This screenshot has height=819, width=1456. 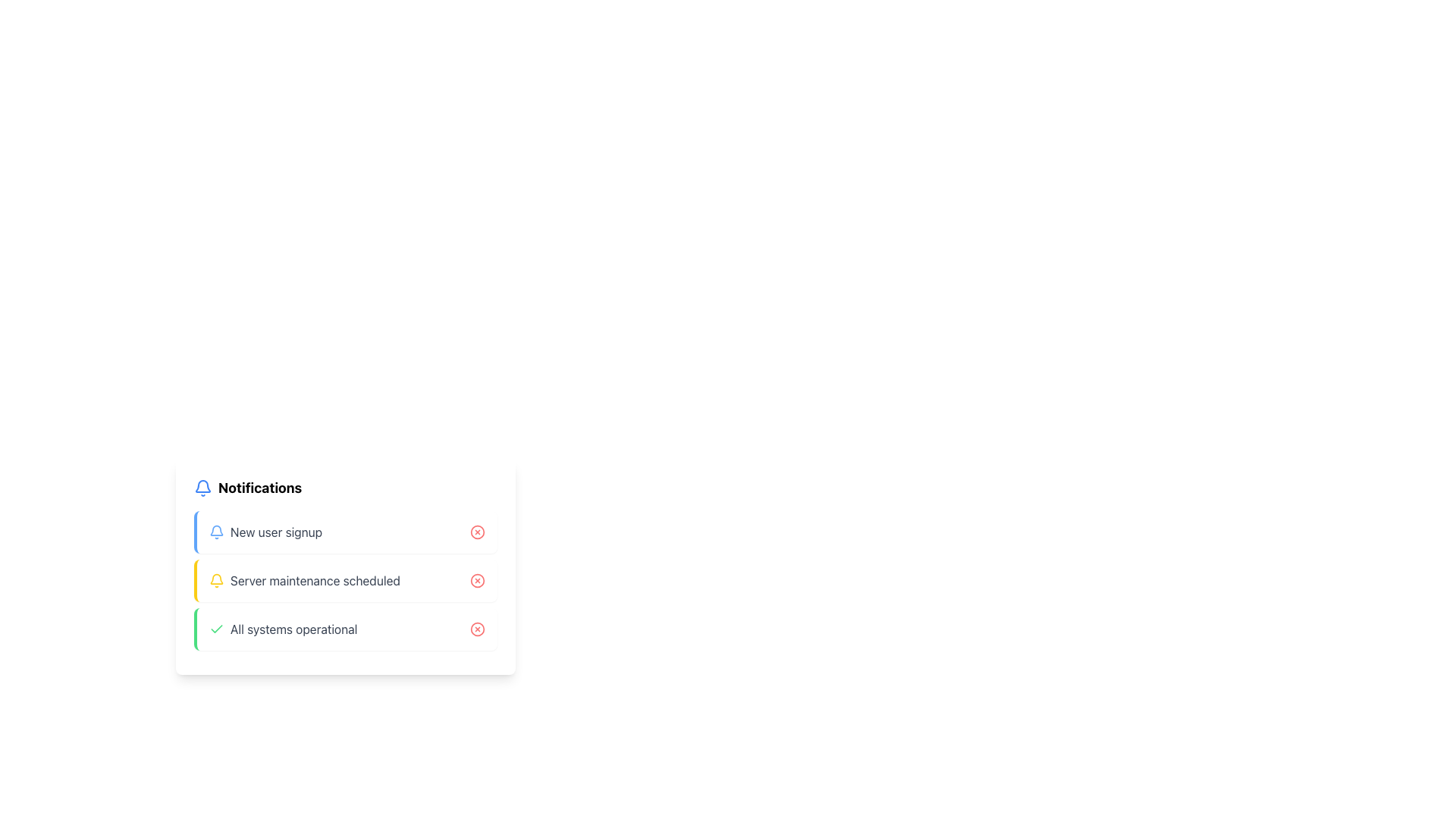 I want to click on the circular SVG element located next to the 'New user signup' notification entry, so click(x=476, y=532).